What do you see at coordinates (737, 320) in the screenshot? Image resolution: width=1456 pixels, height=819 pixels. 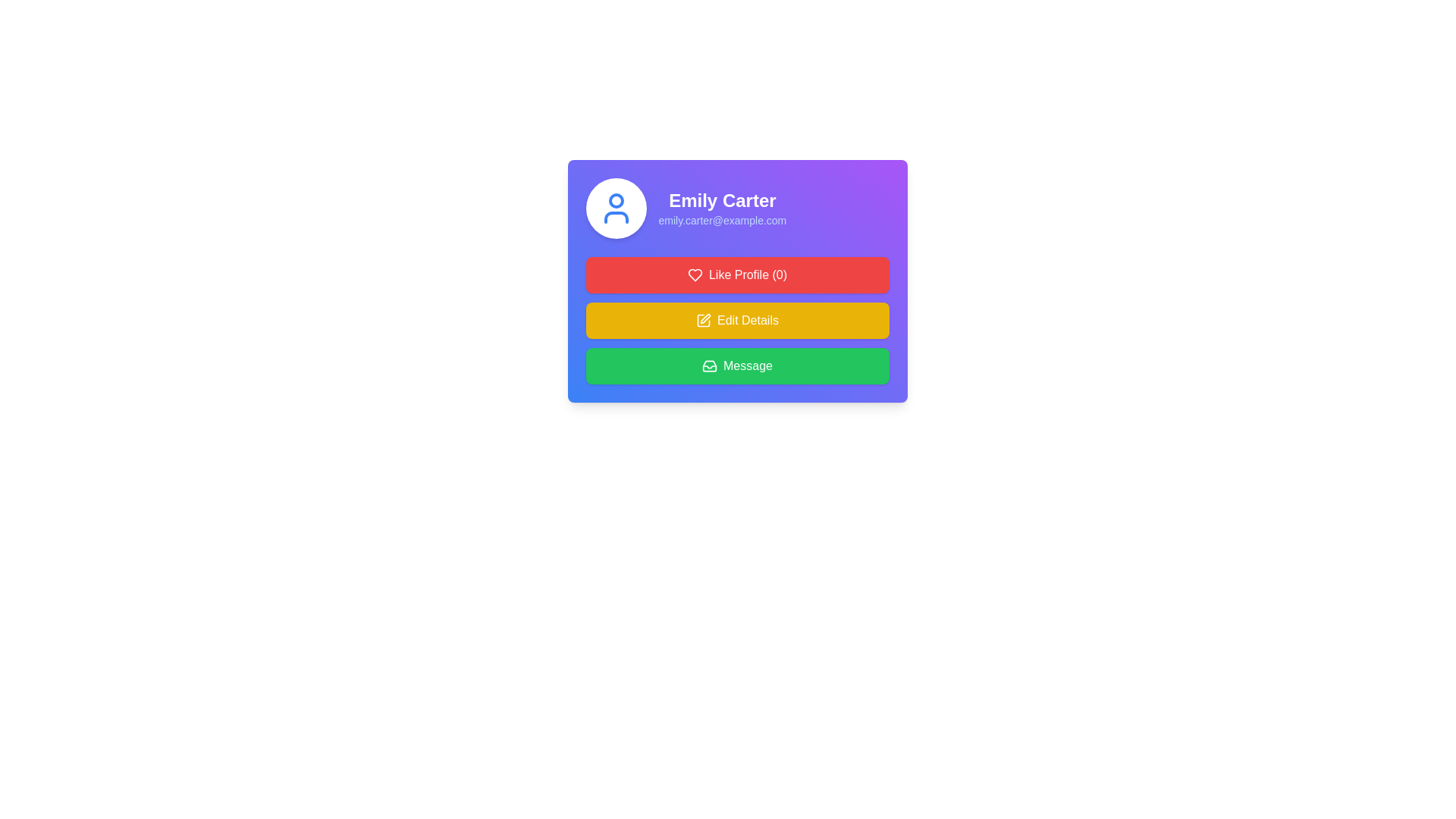 I see `the second button in a vertical stack of three buttons to initiate editing profile details` at bounding box center [737, 320].